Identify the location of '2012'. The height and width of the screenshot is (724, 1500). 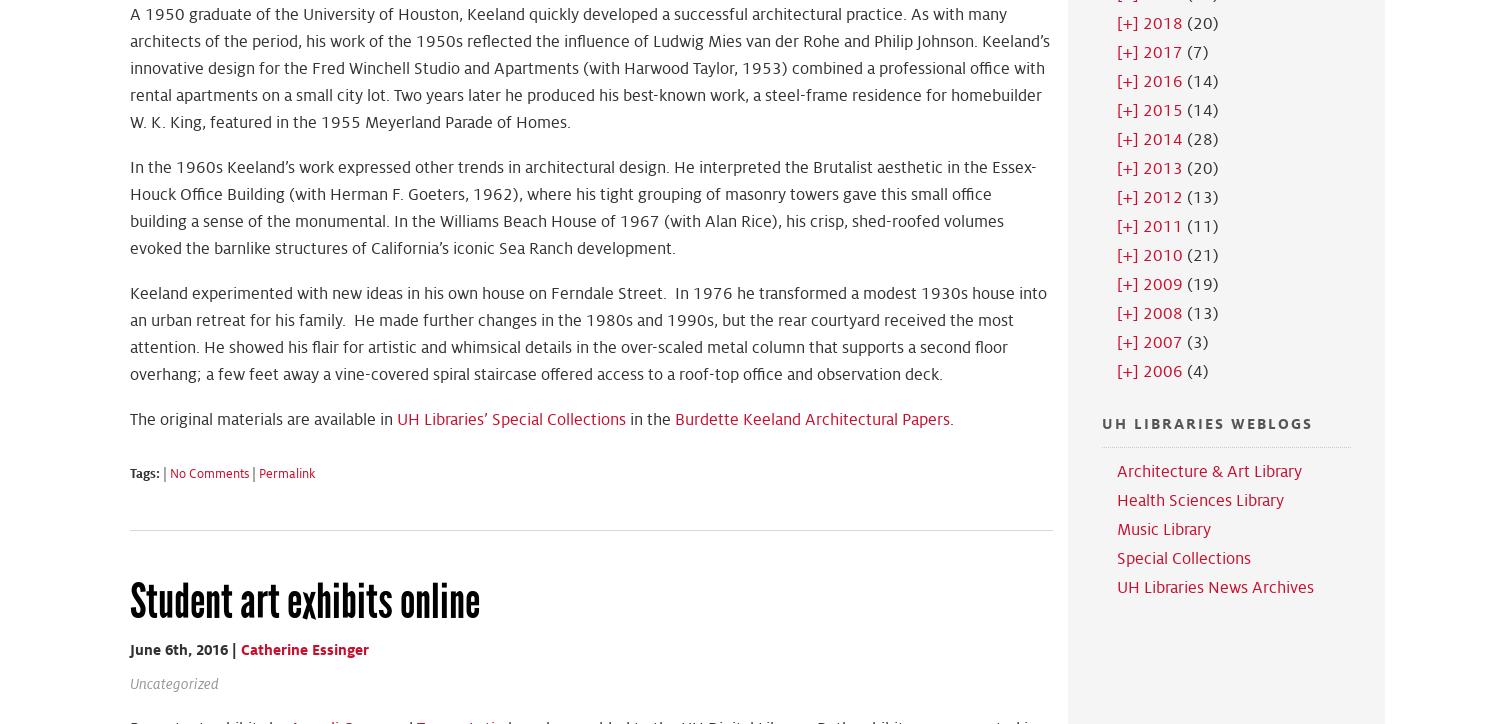
(1162, 198).